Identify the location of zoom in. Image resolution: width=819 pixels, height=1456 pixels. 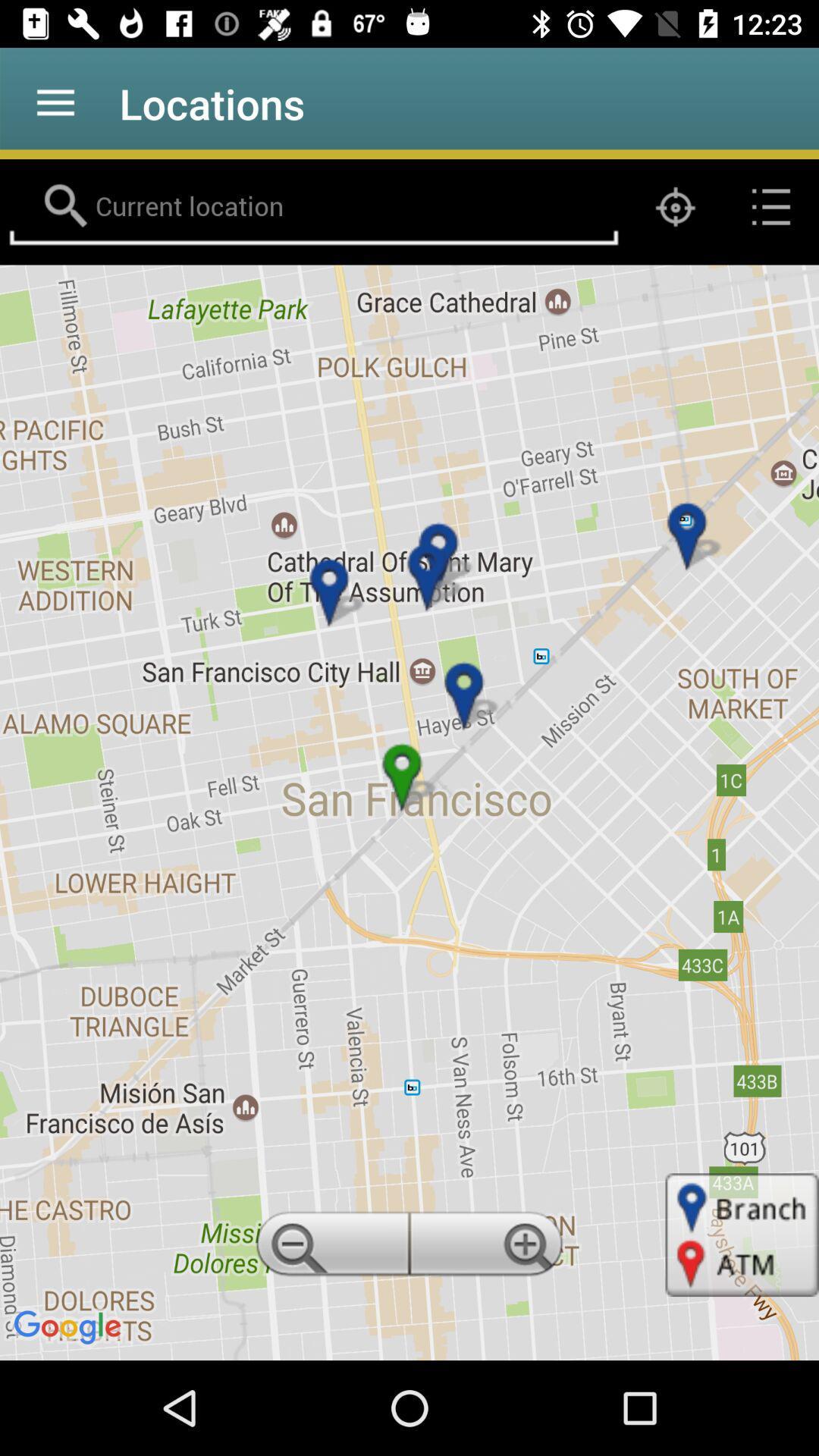
(488, 1248).